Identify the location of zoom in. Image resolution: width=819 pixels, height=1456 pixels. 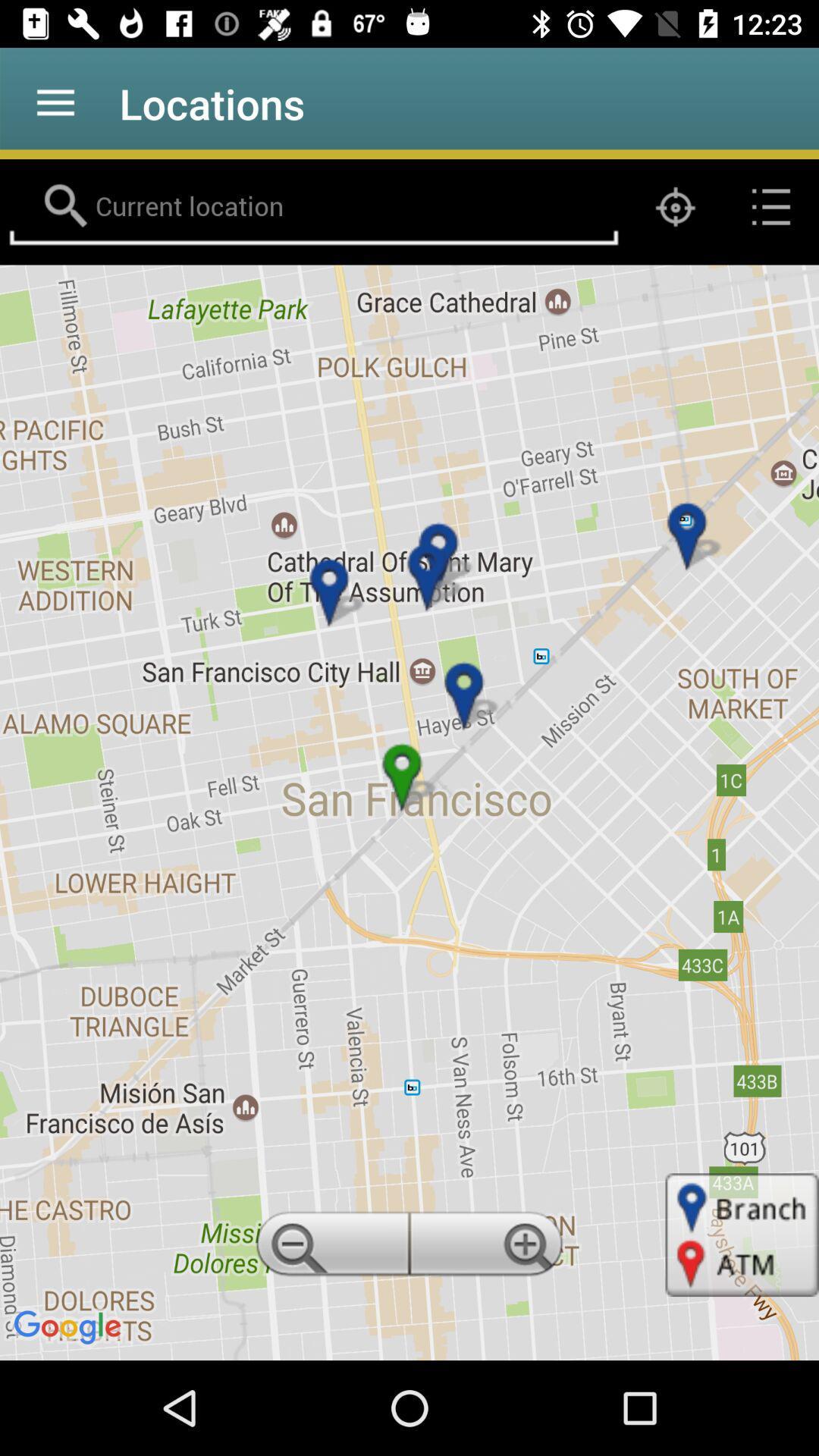
(488, 1248).